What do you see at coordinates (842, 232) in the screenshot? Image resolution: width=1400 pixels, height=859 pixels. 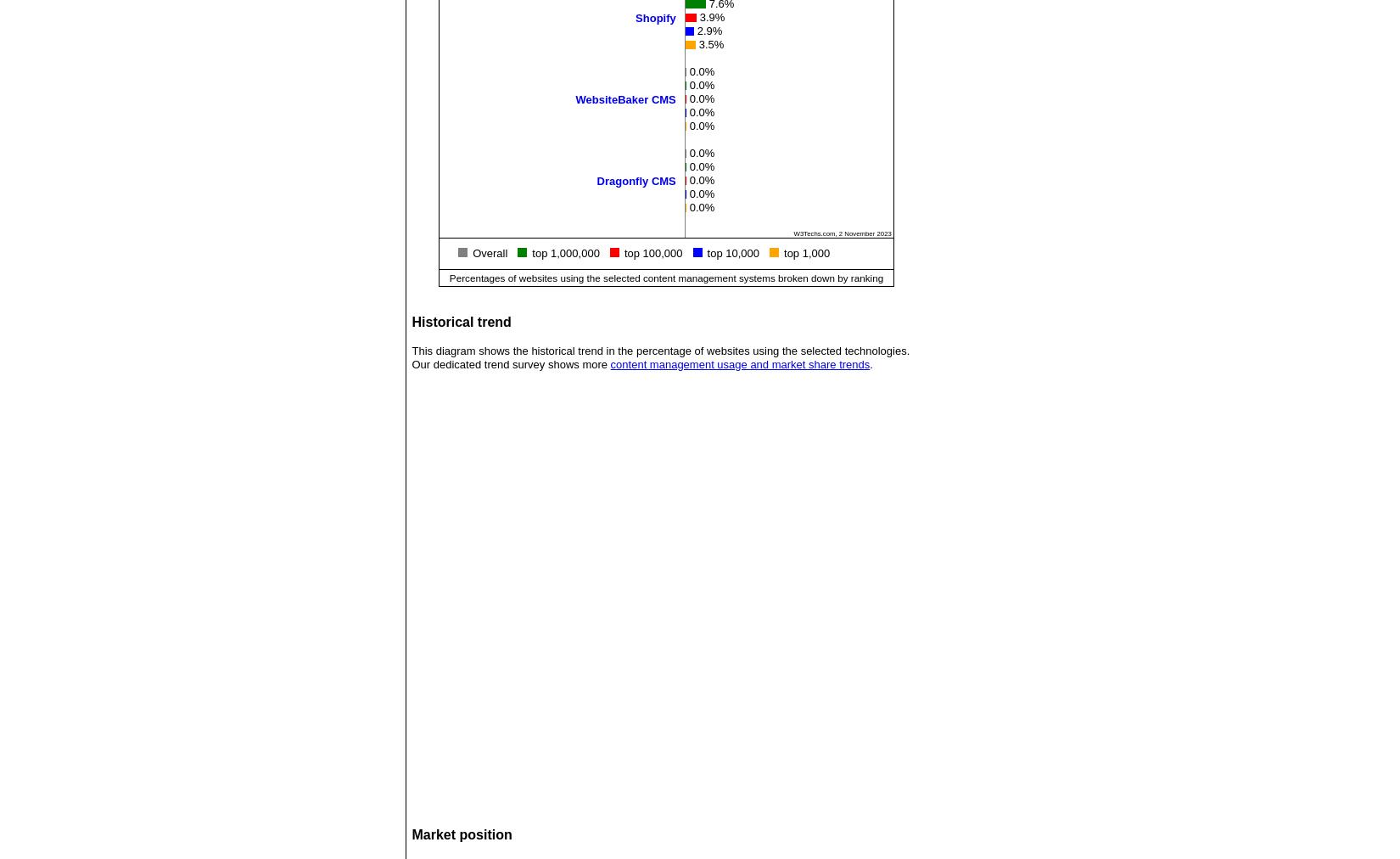 I see `'W3Techs.com, 2 November 2023'` at bounding box center [842, 232].